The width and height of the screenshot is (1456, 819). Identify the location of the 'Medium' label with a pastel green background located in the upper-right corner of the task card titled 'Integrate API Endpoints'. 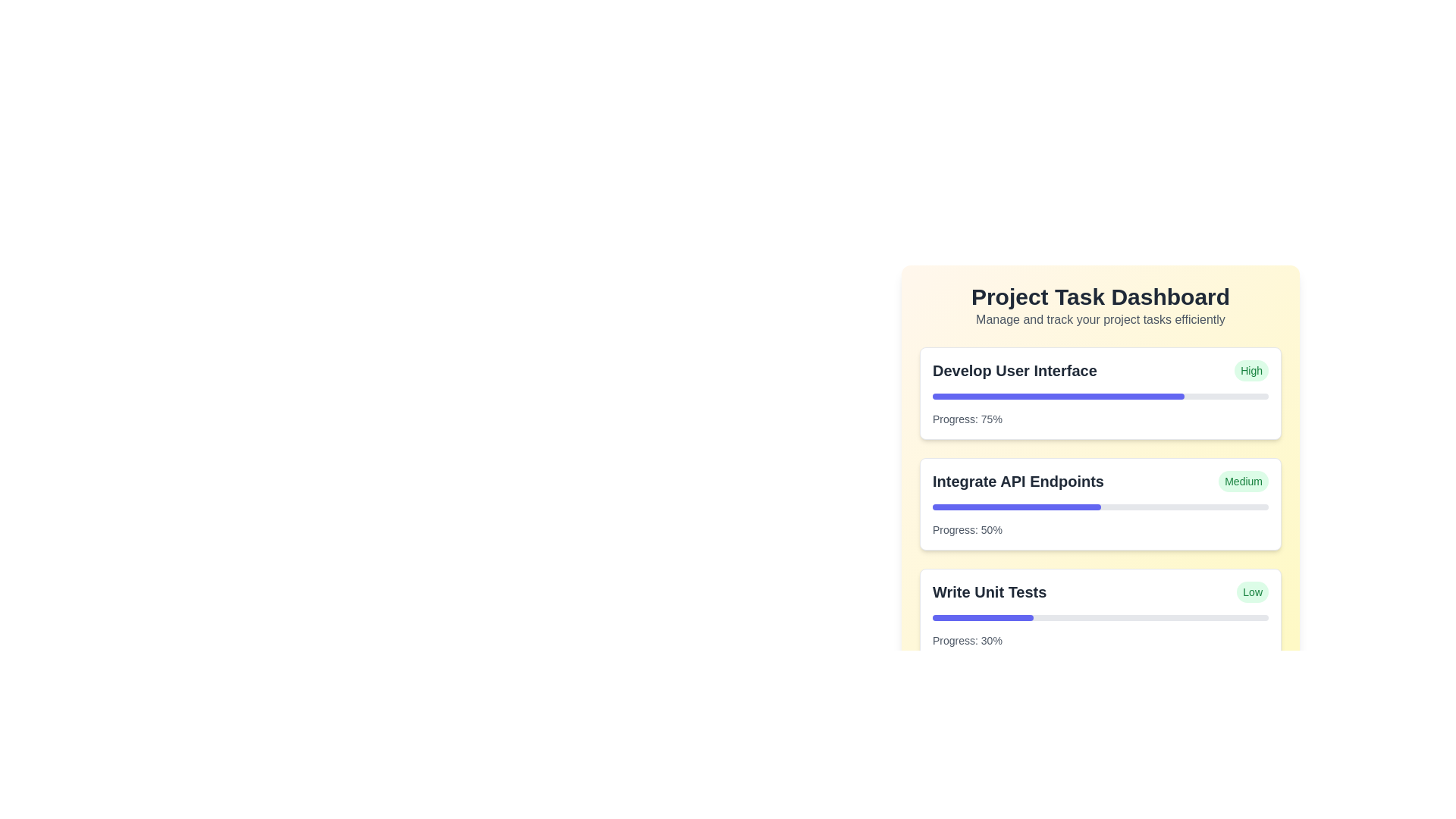
(1244, 482).